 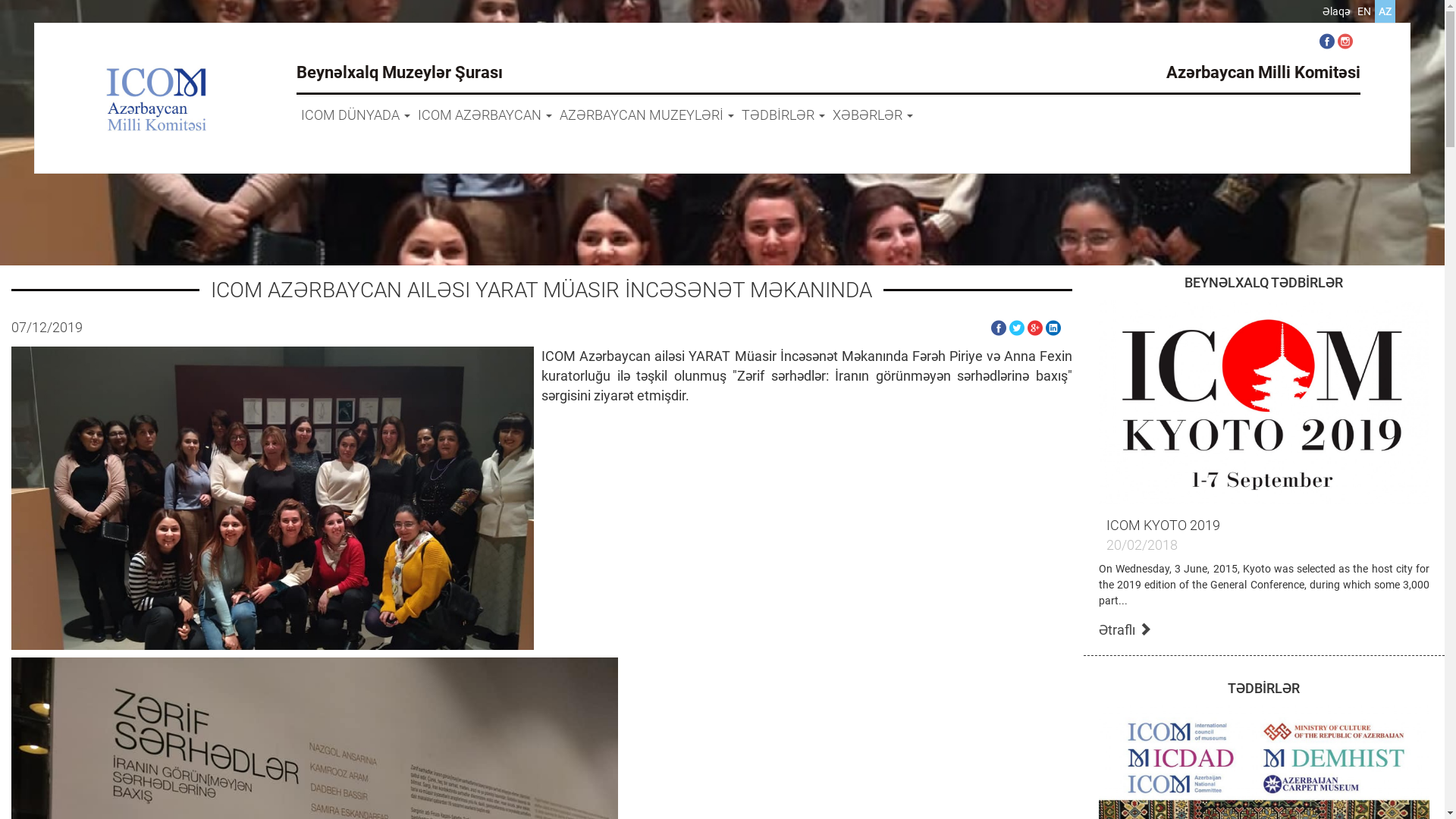 What do you see at coordinates (1364, 11) in the screenshot?
I see `'EN'` at bounding box center [1364, 11].